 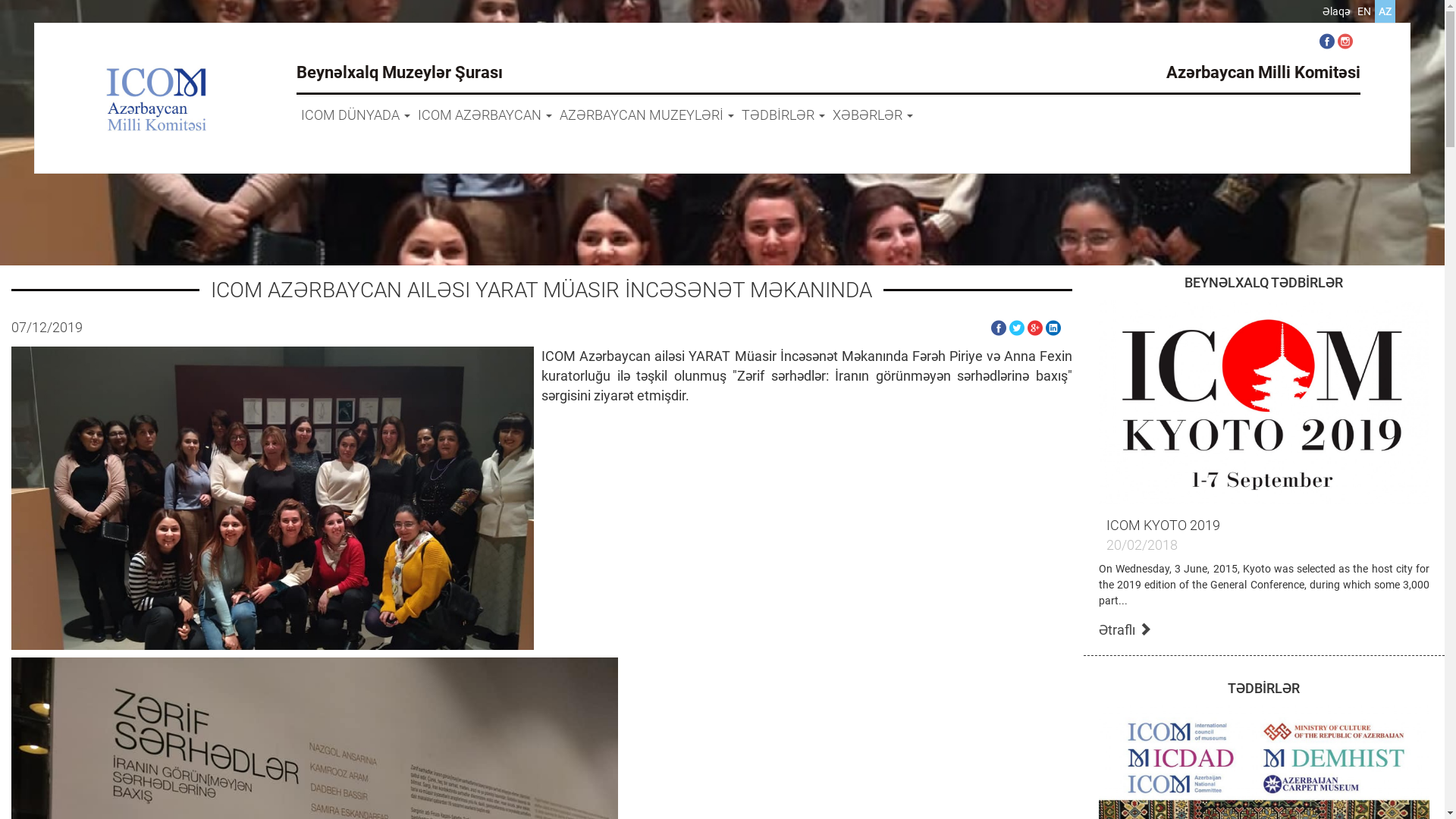 What do you see at coordinates (1364, 11) in the screenshot?
I see `'EN'` at bounding box center [1364, 11].